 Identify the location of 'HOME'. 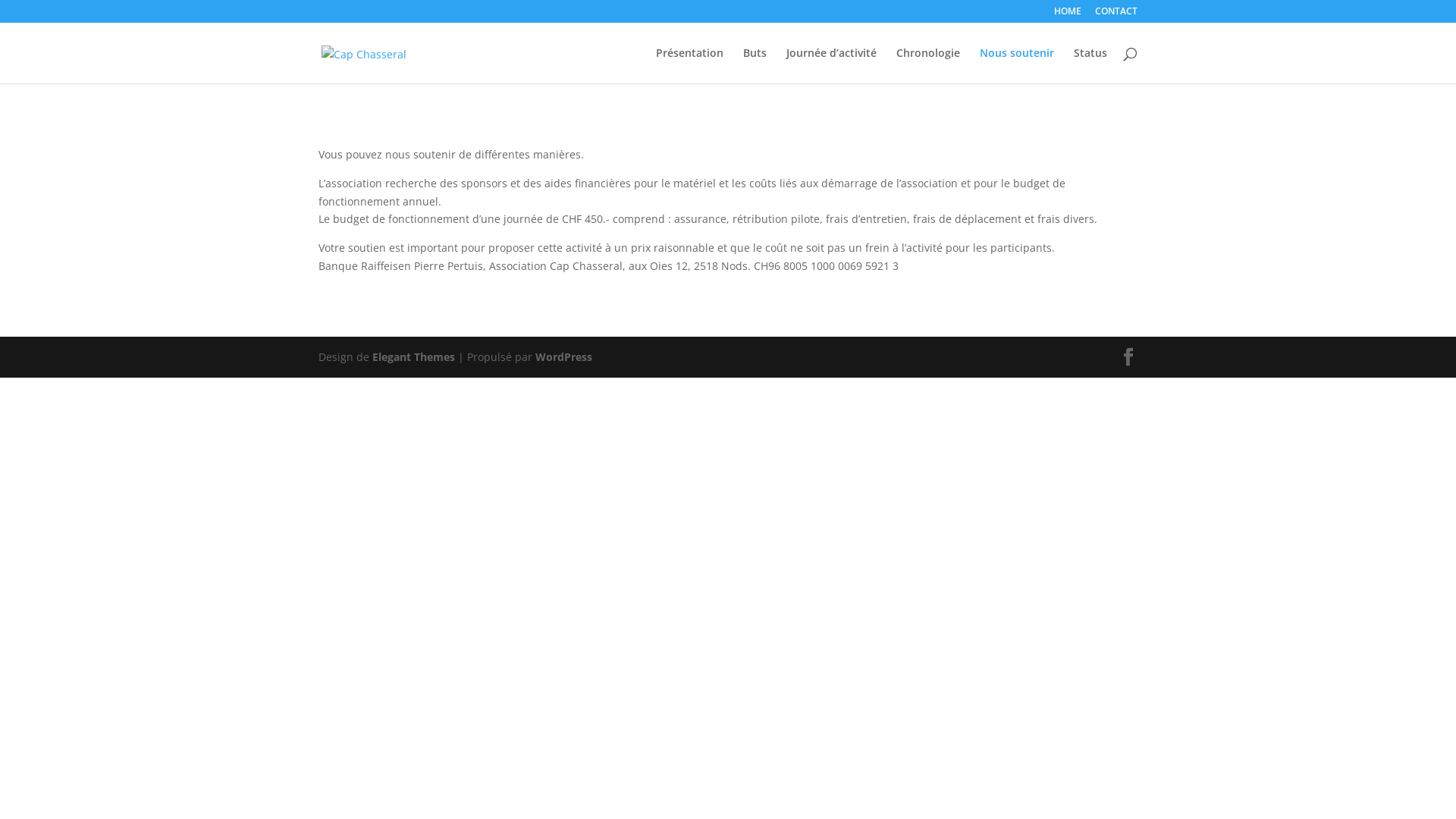
(1066, 14).